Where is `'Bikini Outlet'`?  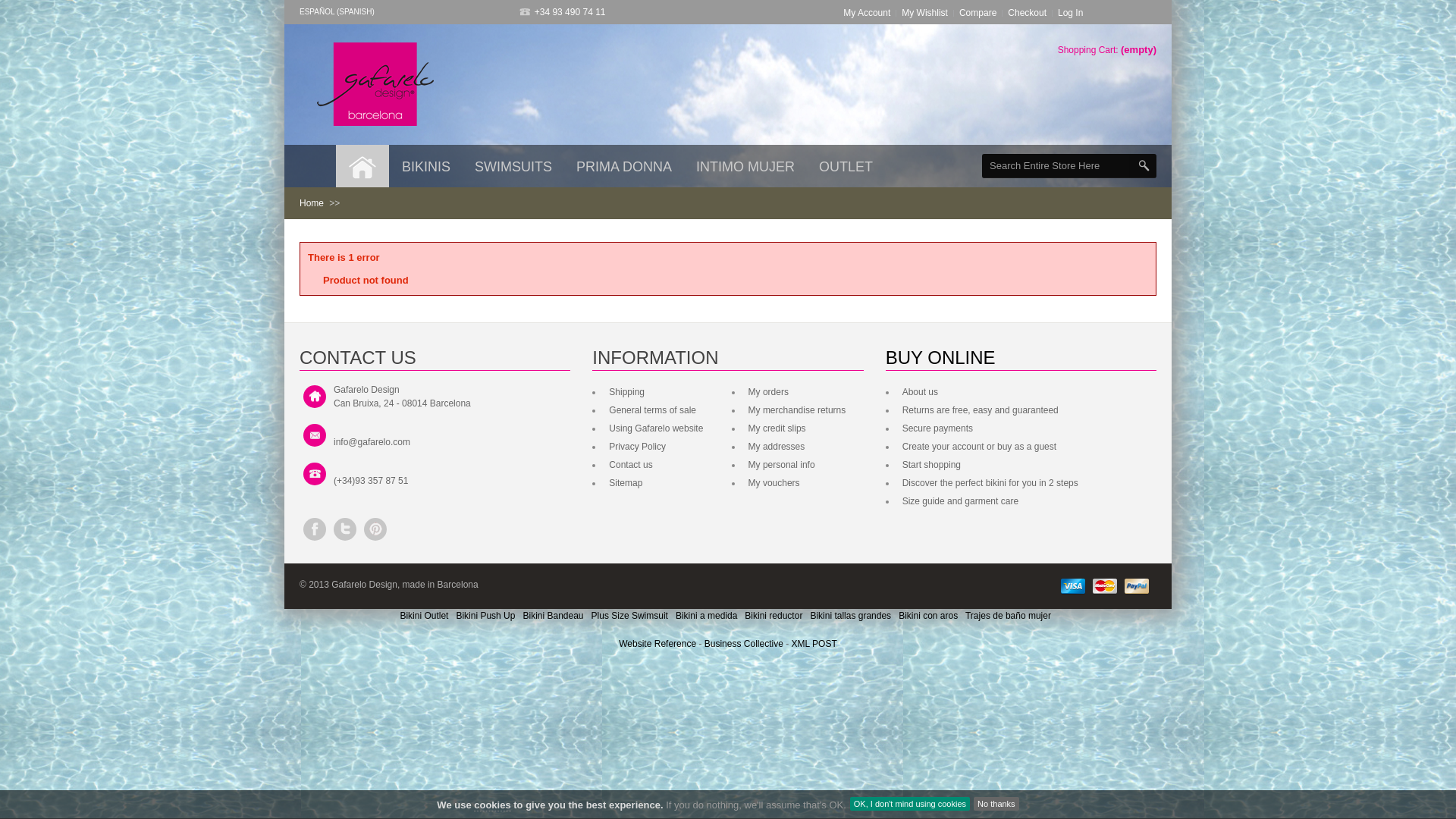 'Bikini Outlet' is located at coordinates (423, 616).